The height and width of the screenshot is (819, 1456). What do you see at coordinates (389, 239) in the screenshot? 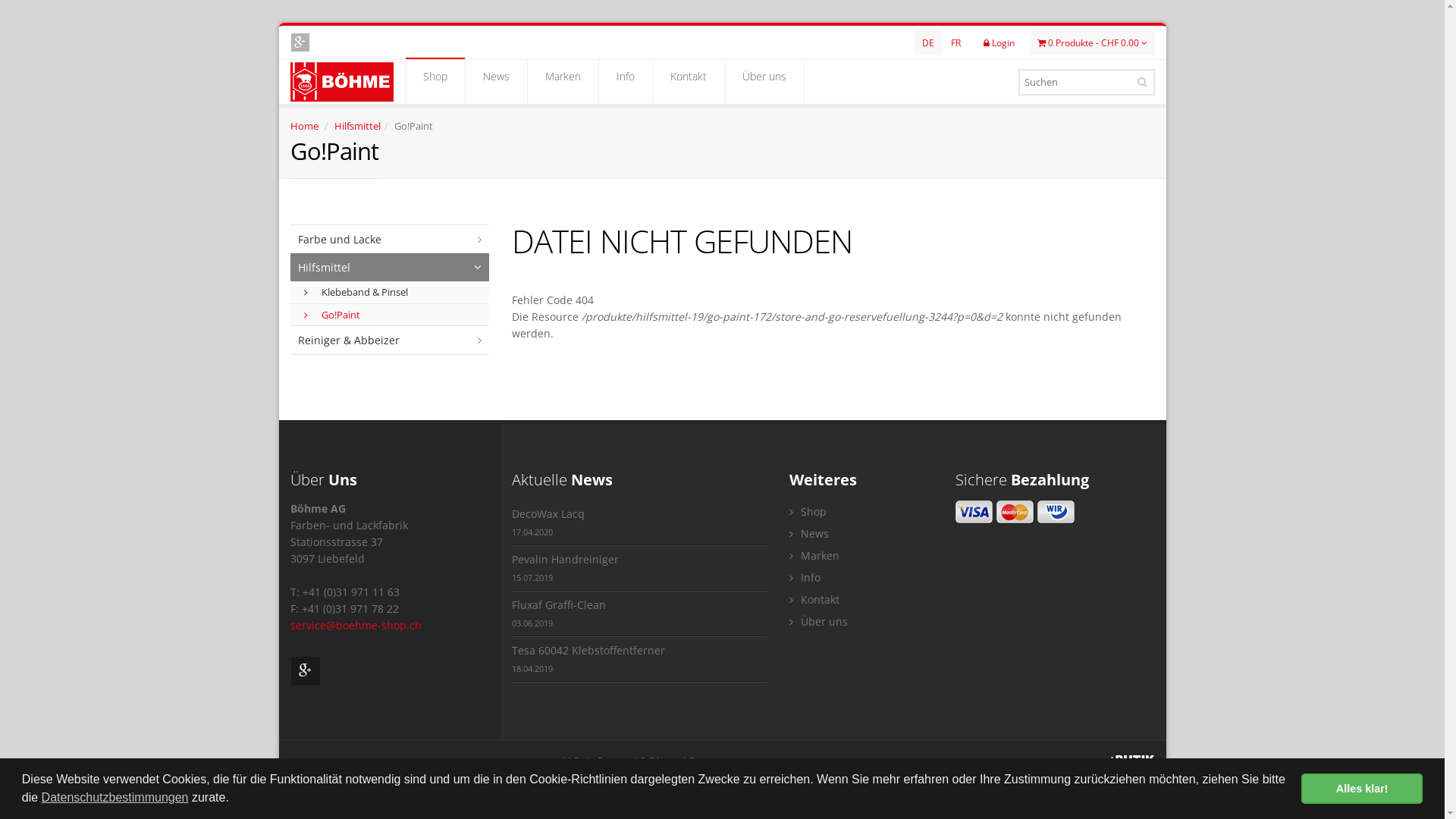
I see `'Farbe und Lacke'` at bounding box center [389, 239].